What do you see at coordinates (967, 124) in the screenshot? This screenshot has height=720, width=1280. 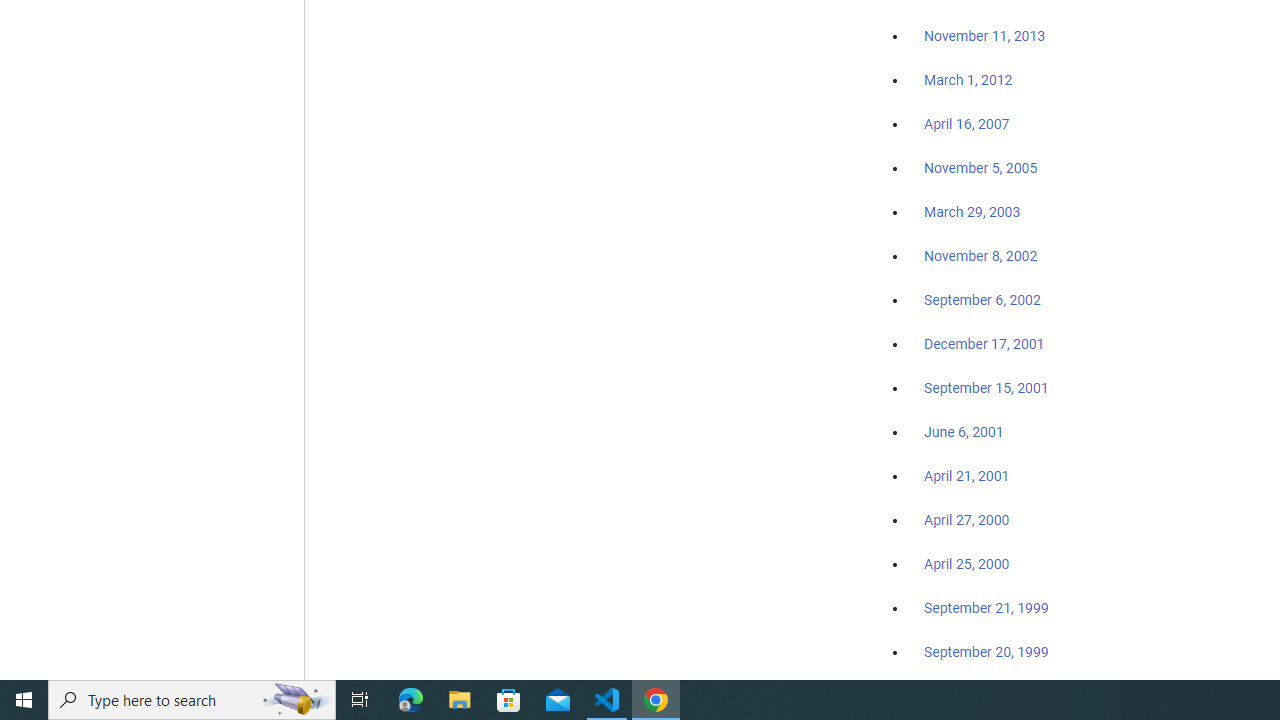 I see `'April 16, 2007'` at bounding box center [967, 124].